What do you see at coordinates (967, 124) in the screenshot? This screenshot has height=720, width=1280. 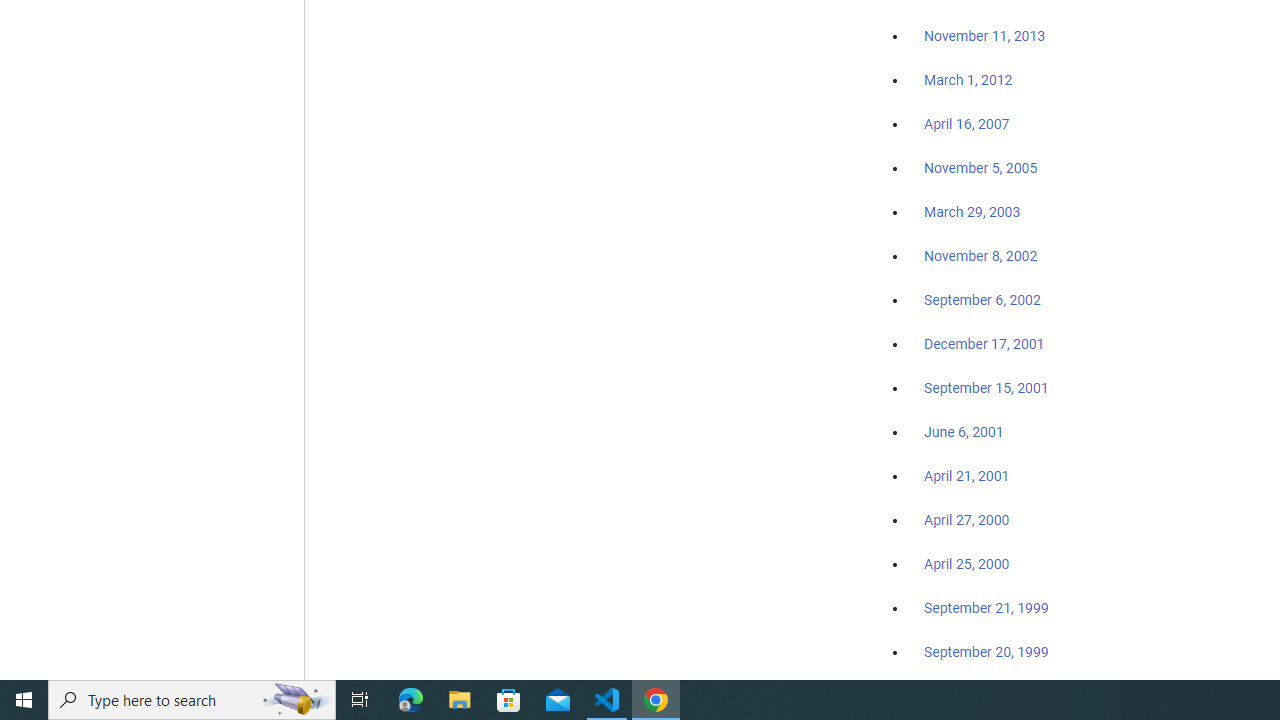 I see `'April 16, 2007'` at bounding box center [967, 124].